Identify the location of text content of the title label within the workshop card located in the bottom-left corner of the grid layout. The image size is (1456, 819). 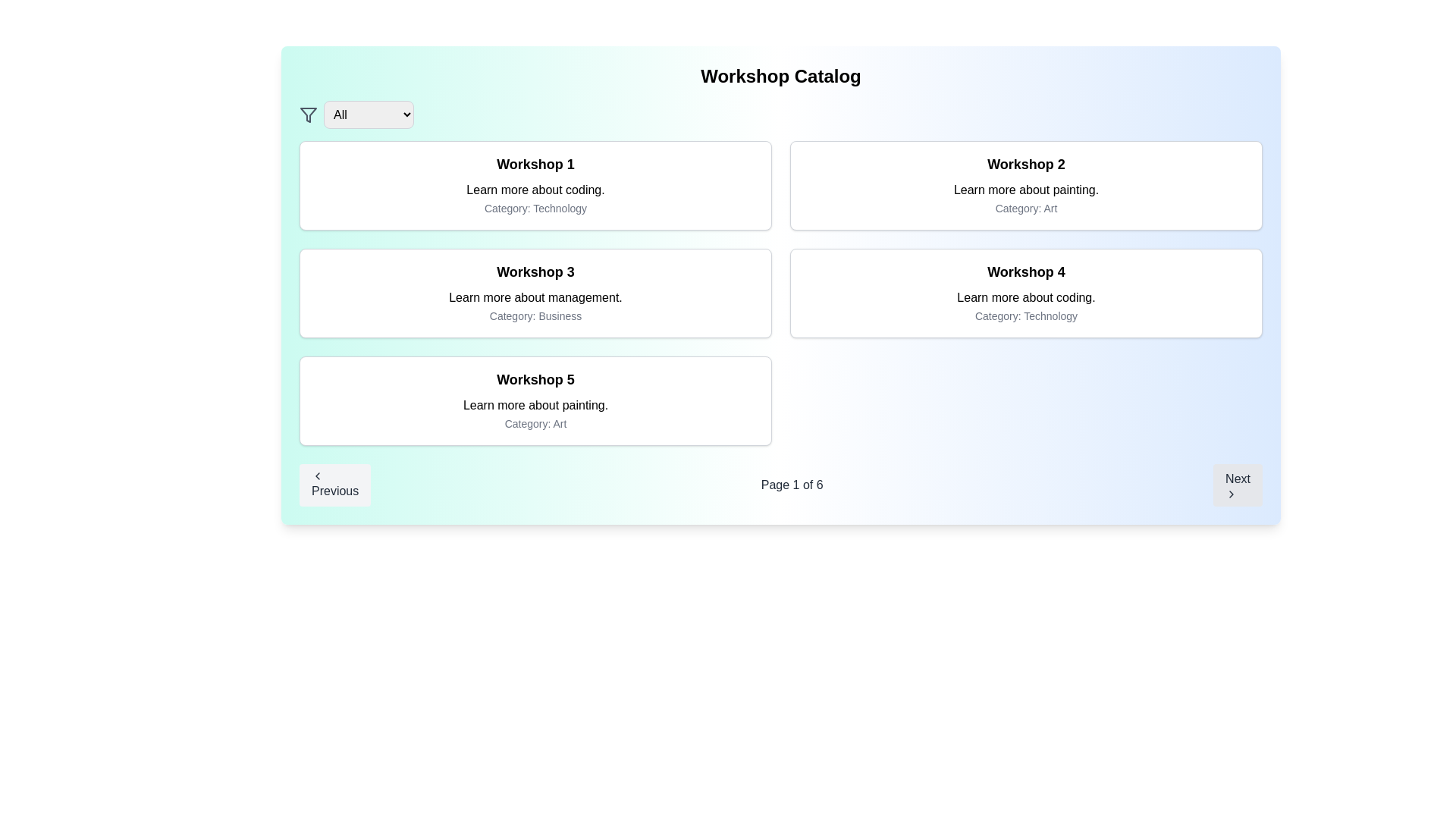
(535, 379).